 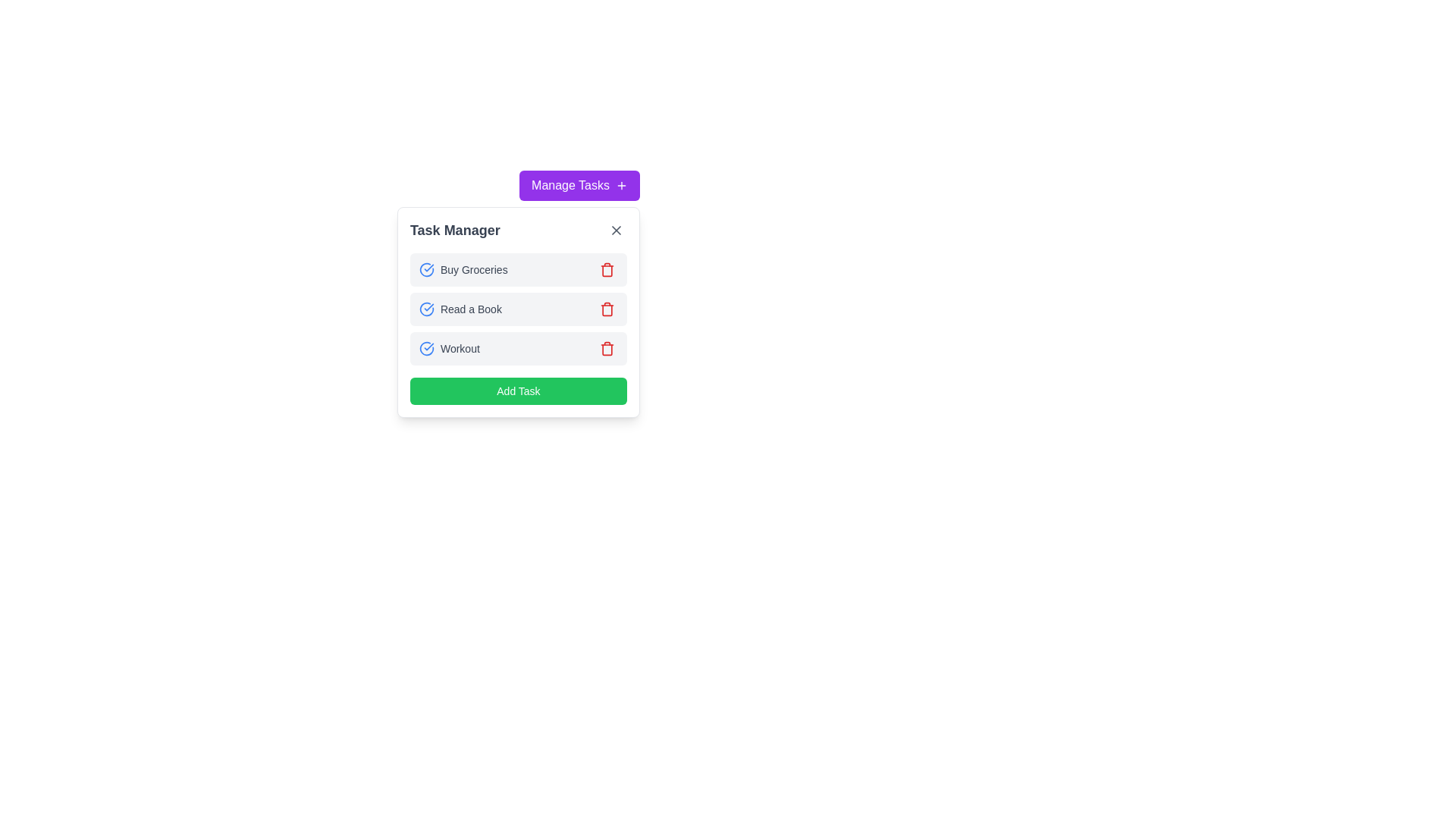 I want to click on the rectangular 'Add Task' button with a green background and white text to visualize hover effects, so click(x=518, y=391).